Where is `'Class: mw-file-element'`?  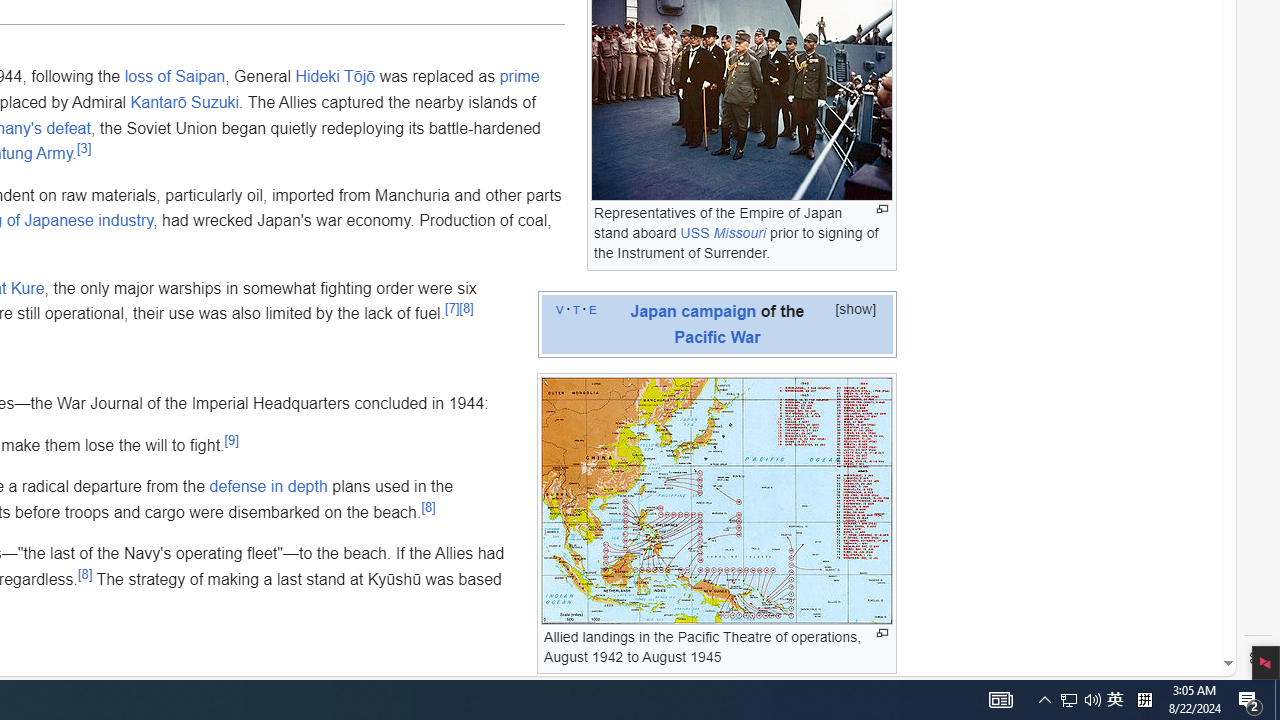 'Class: mw-file-element' is located at coordinates (717, 499).